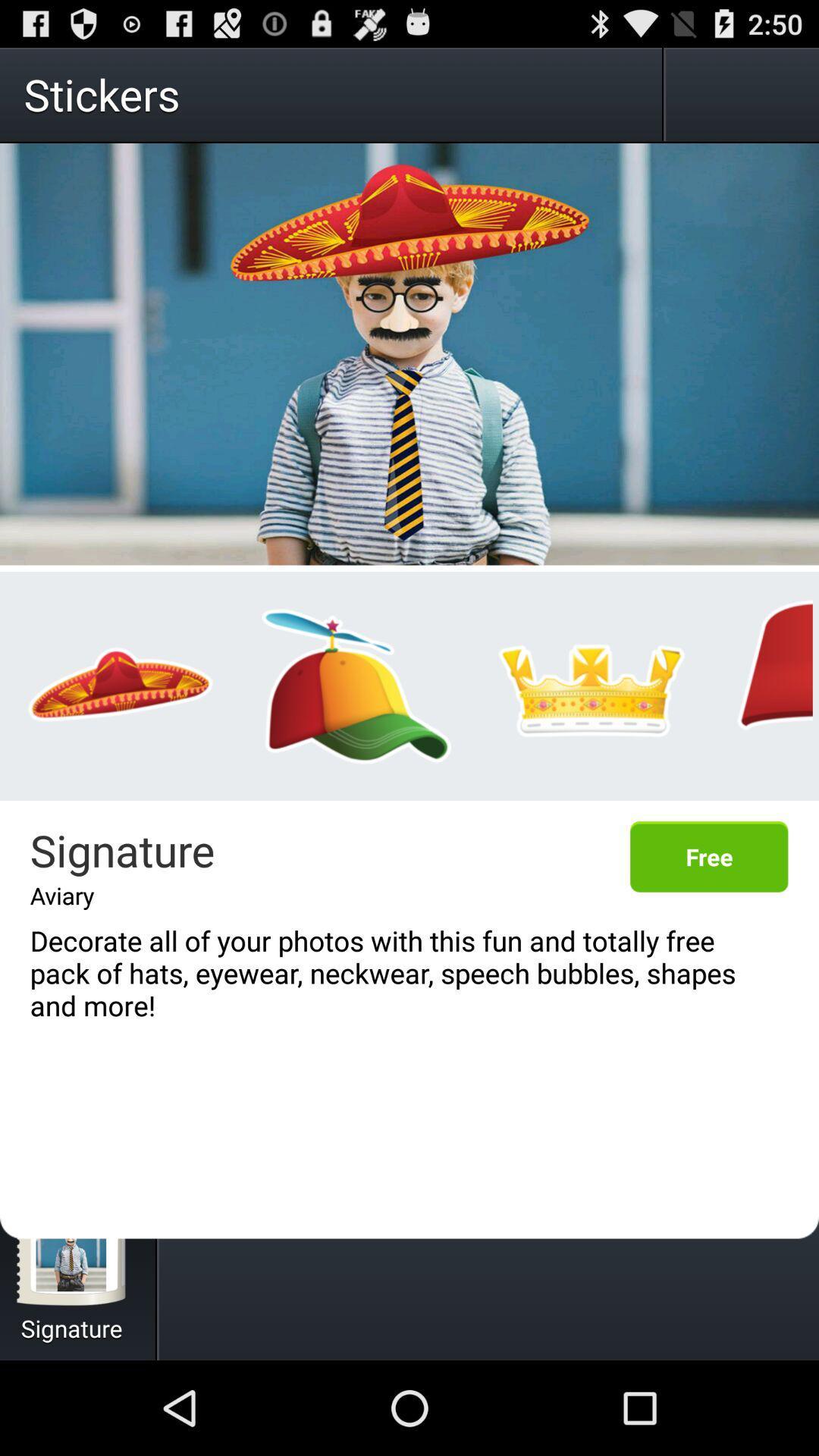  Describe the element at coordinates (120, 686) in the screenshot. I see `the sticker which is above signature` at that location.